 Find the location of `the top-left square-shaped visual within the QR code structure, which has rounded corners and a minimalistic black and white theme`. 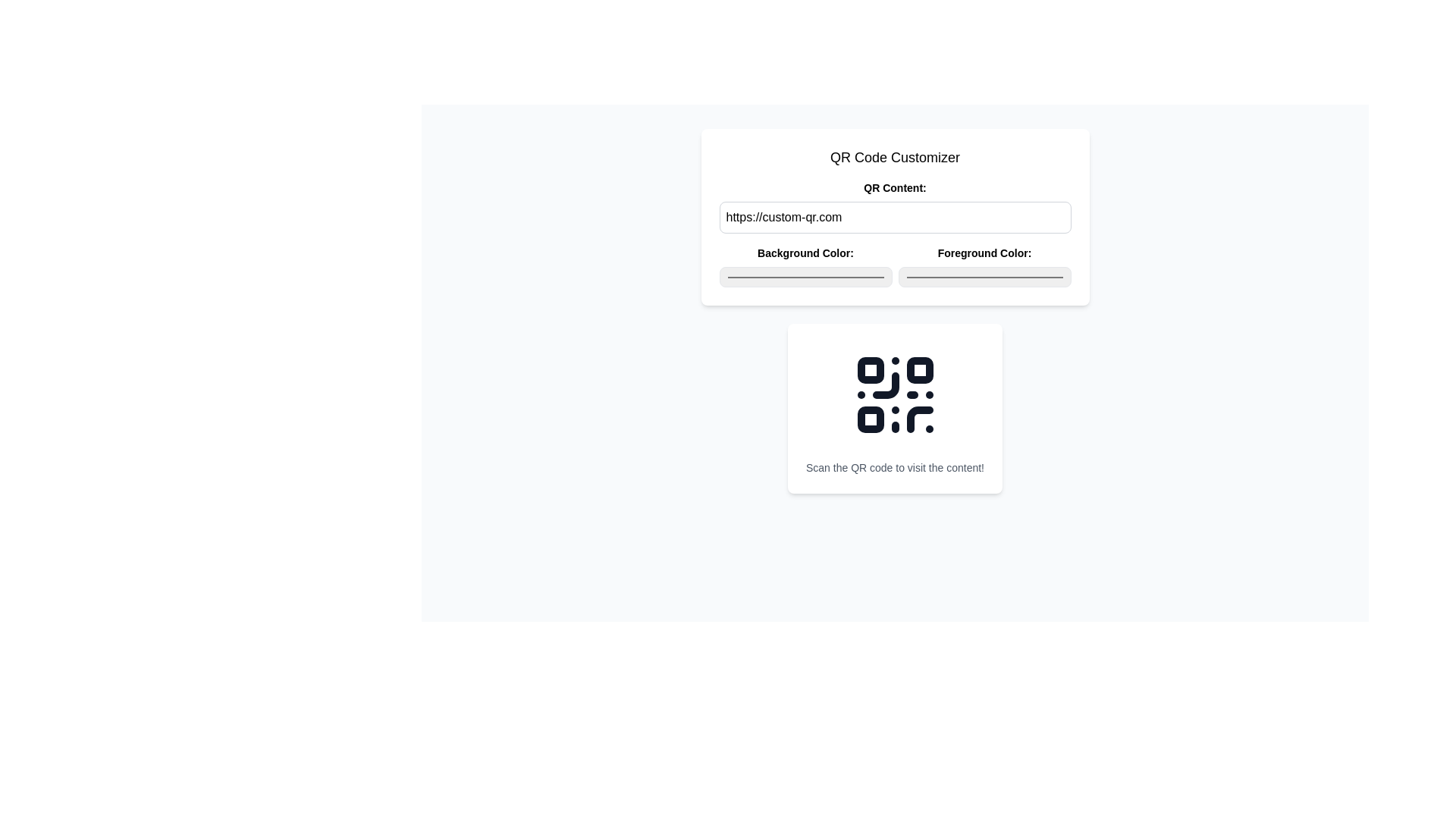

the top-left square-shaped visual within the QR code structure, which has rounded corners and a minimalistic black and white theme is located at coordinates (870, 370).